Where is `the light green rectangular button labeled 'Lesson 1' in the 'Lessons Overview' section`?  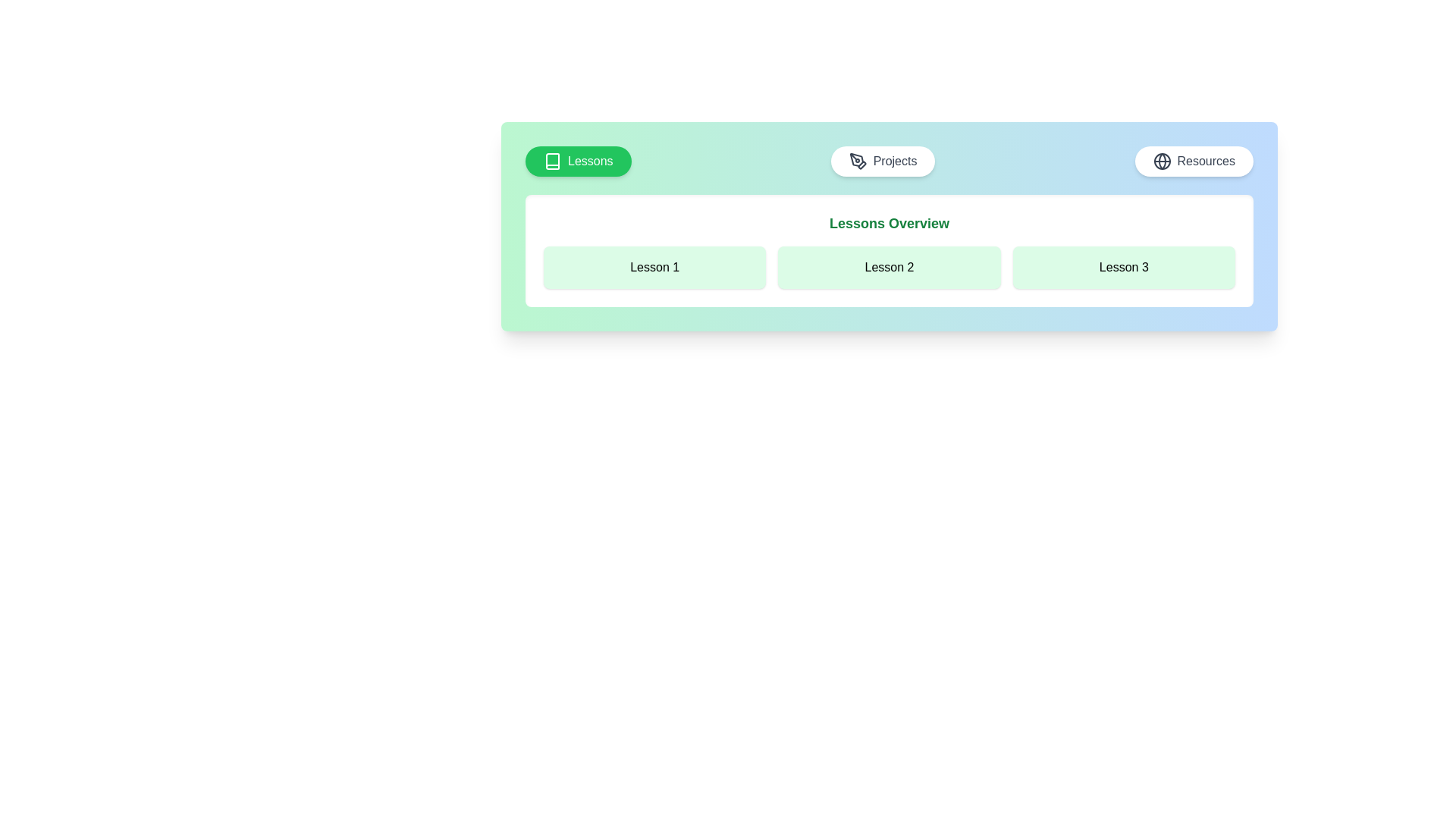 the light green rectangular button labeled 'Lesson 1' in the 'Lessons Overview' section is located at coordinates (654, 267).